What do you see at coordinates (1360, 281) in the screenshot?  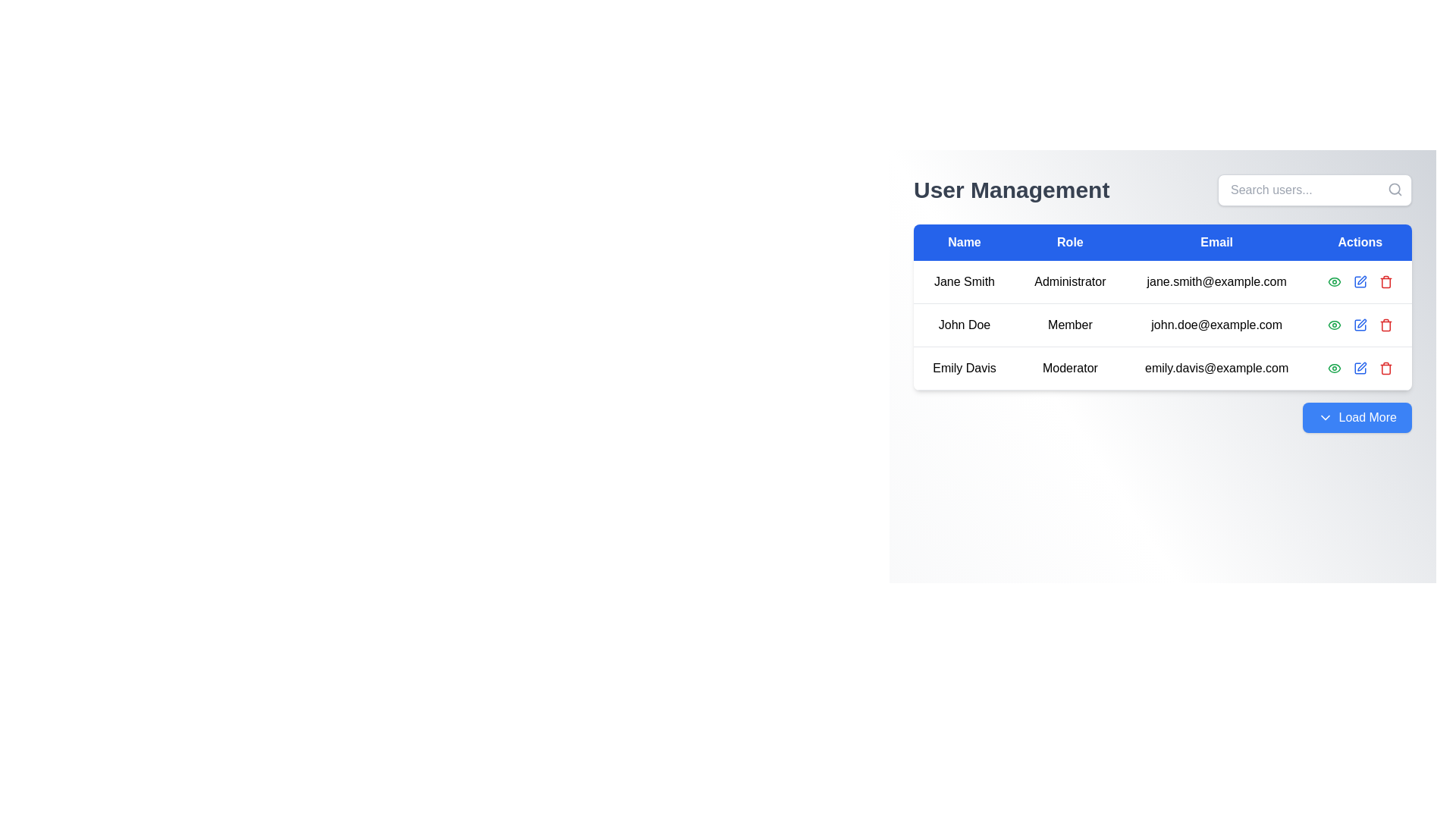 I see `the edit icon in the rightmost column of the first row in the user management table to initiate the edit functionality` at bounding box center [1360, 281].